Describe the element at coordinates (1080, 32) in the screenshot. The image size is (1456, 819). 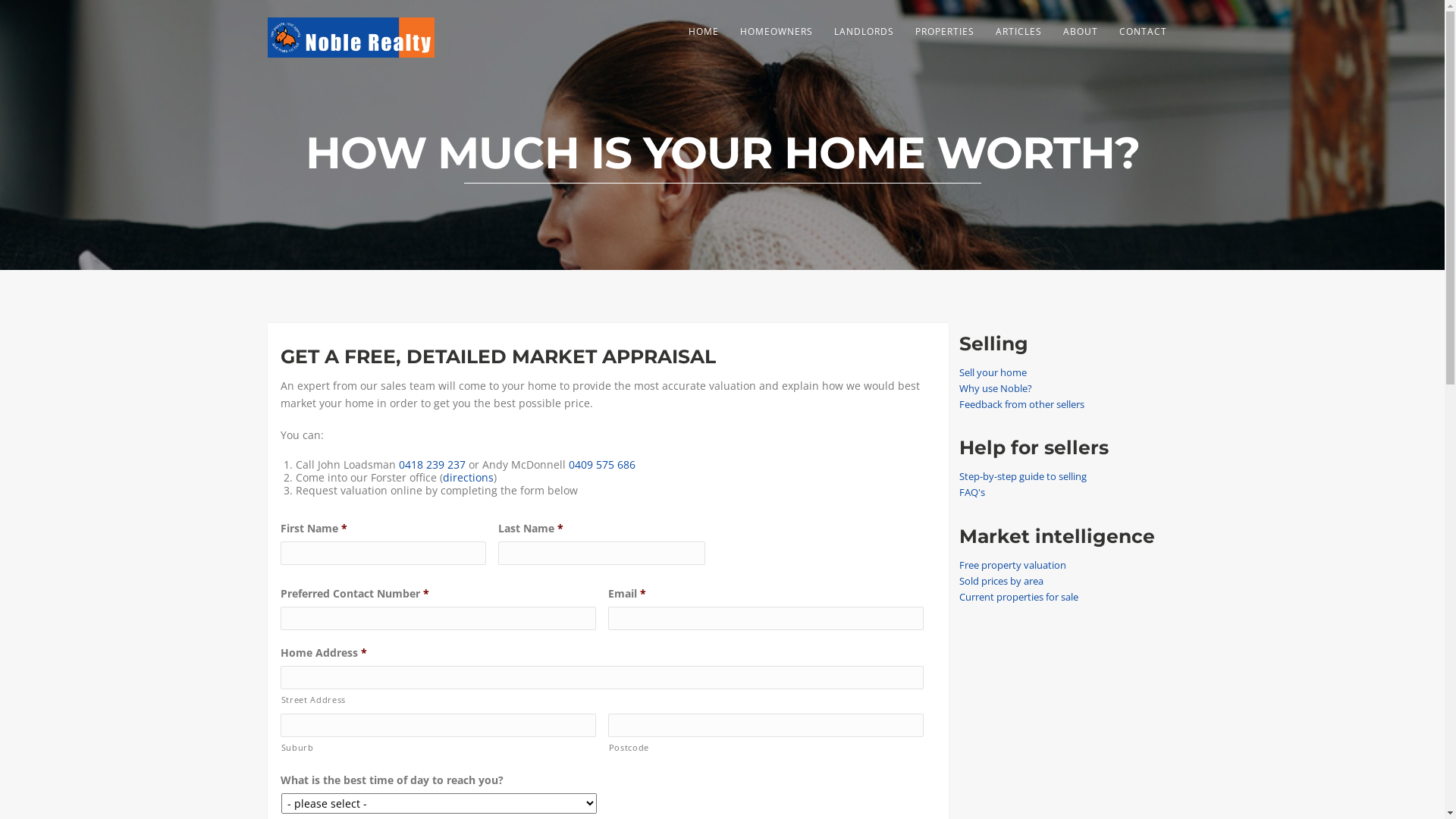
I see `'ABOUT'` at that location.